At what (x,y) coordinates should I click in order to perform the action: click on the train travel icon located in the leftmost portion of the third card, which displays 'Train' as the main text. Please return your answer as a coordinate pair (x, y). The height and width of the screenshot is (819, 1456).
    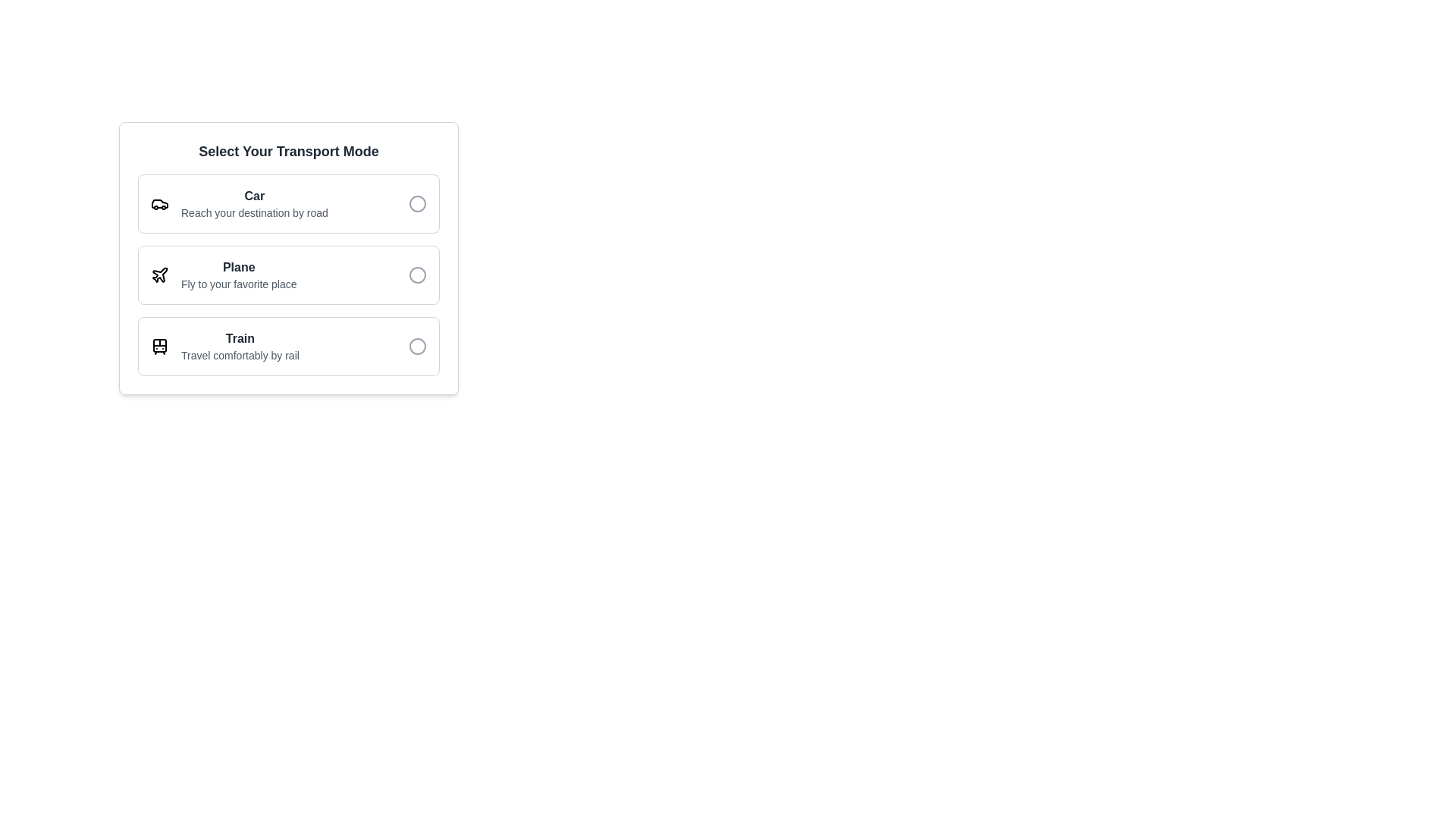
    Looking at the image, I should click on (160, 346).